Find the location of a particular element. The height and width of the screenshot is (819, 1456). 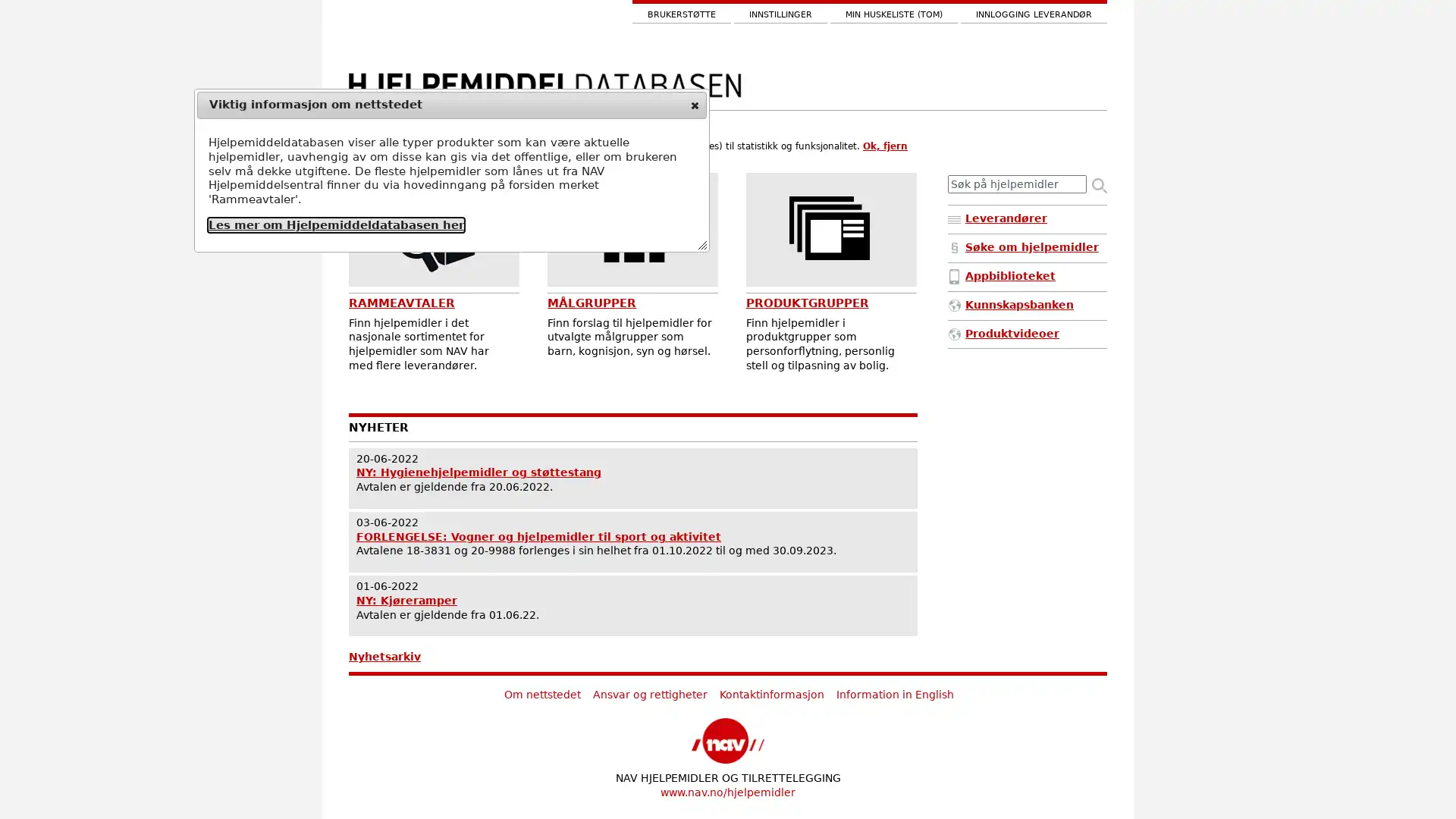

Sk is located at coordinates (1099, 184).